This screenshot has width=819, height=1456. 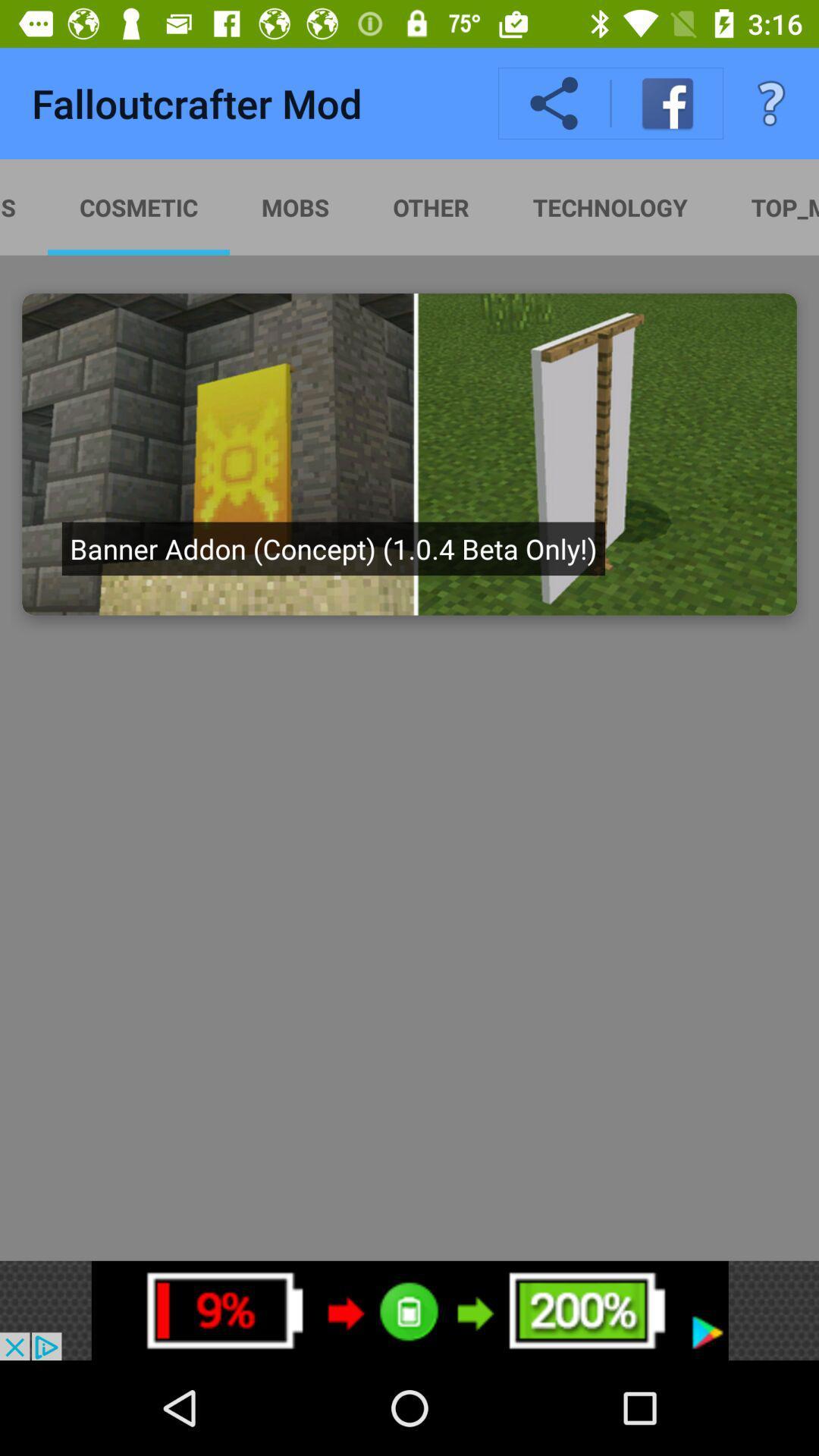 What do you see at coordinates (138, 206) in the screenshot?
I see `cosmetic` at bounding box center [138, 206].